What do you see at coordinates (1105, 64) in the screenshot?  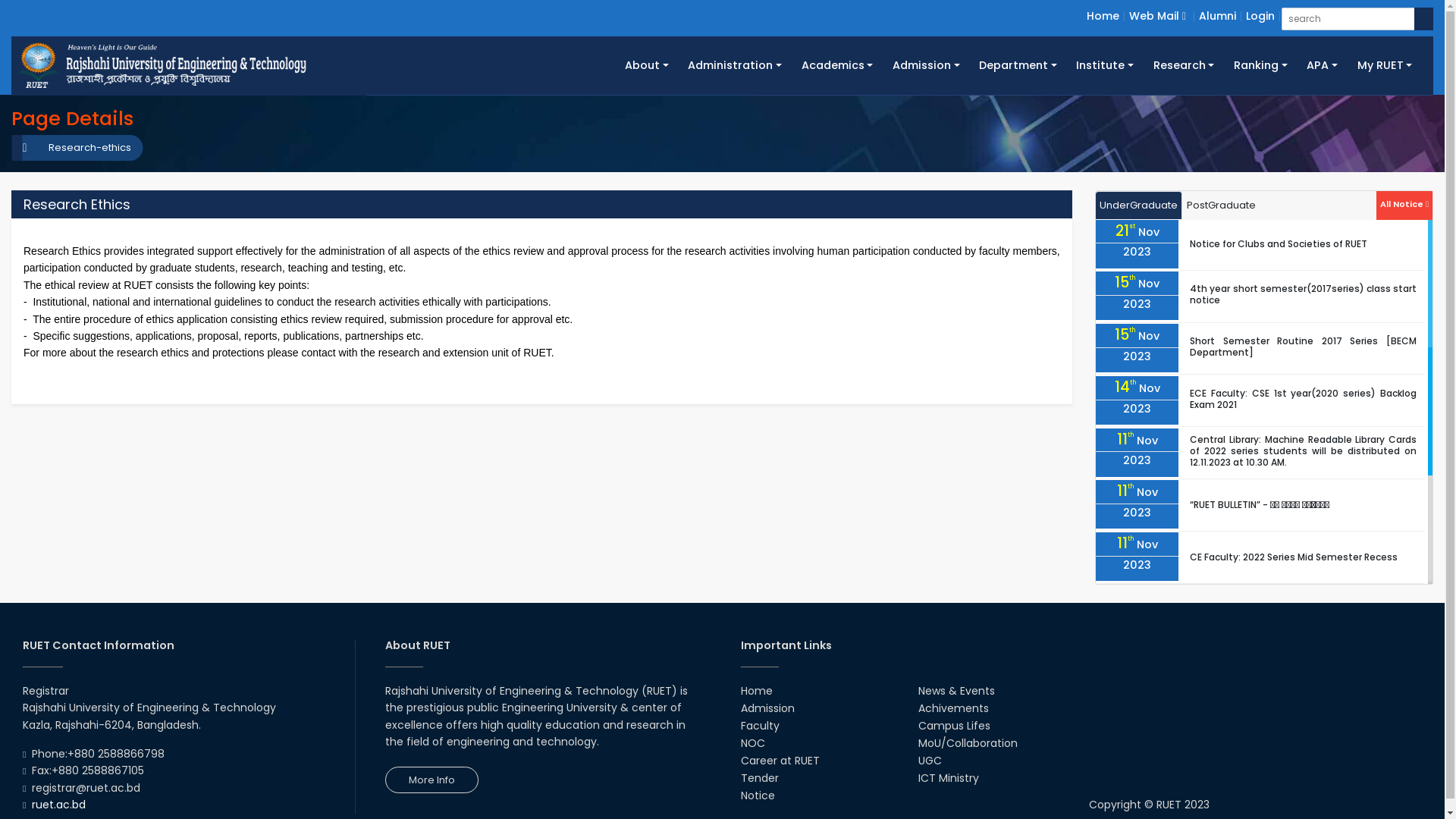 I see `'Institute'` at bounding box center [1105, 64].